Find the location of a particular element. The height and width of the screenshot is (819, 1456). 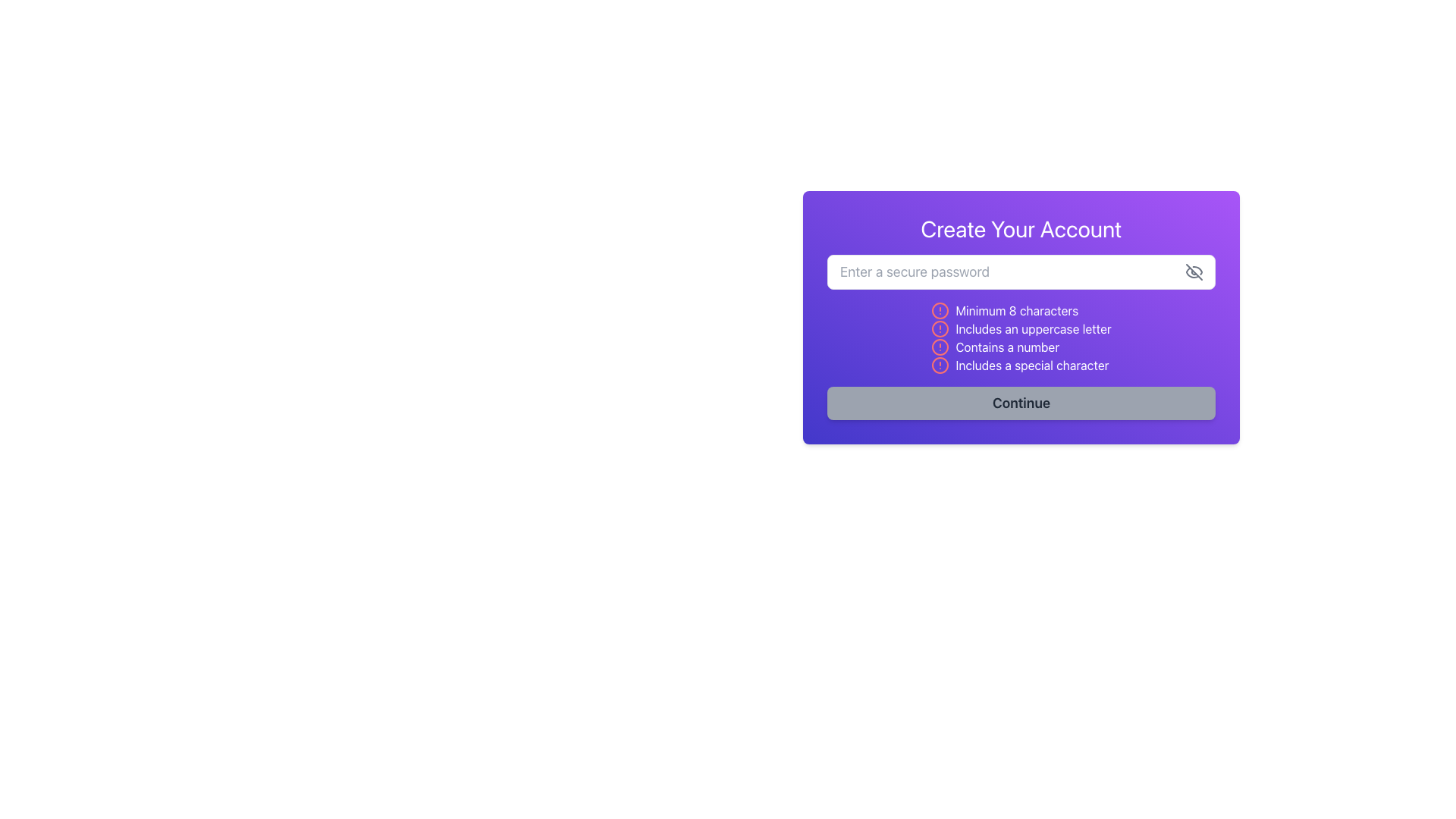

the small button with a crossed-out eye icon is located at coordinates (1193, 271).